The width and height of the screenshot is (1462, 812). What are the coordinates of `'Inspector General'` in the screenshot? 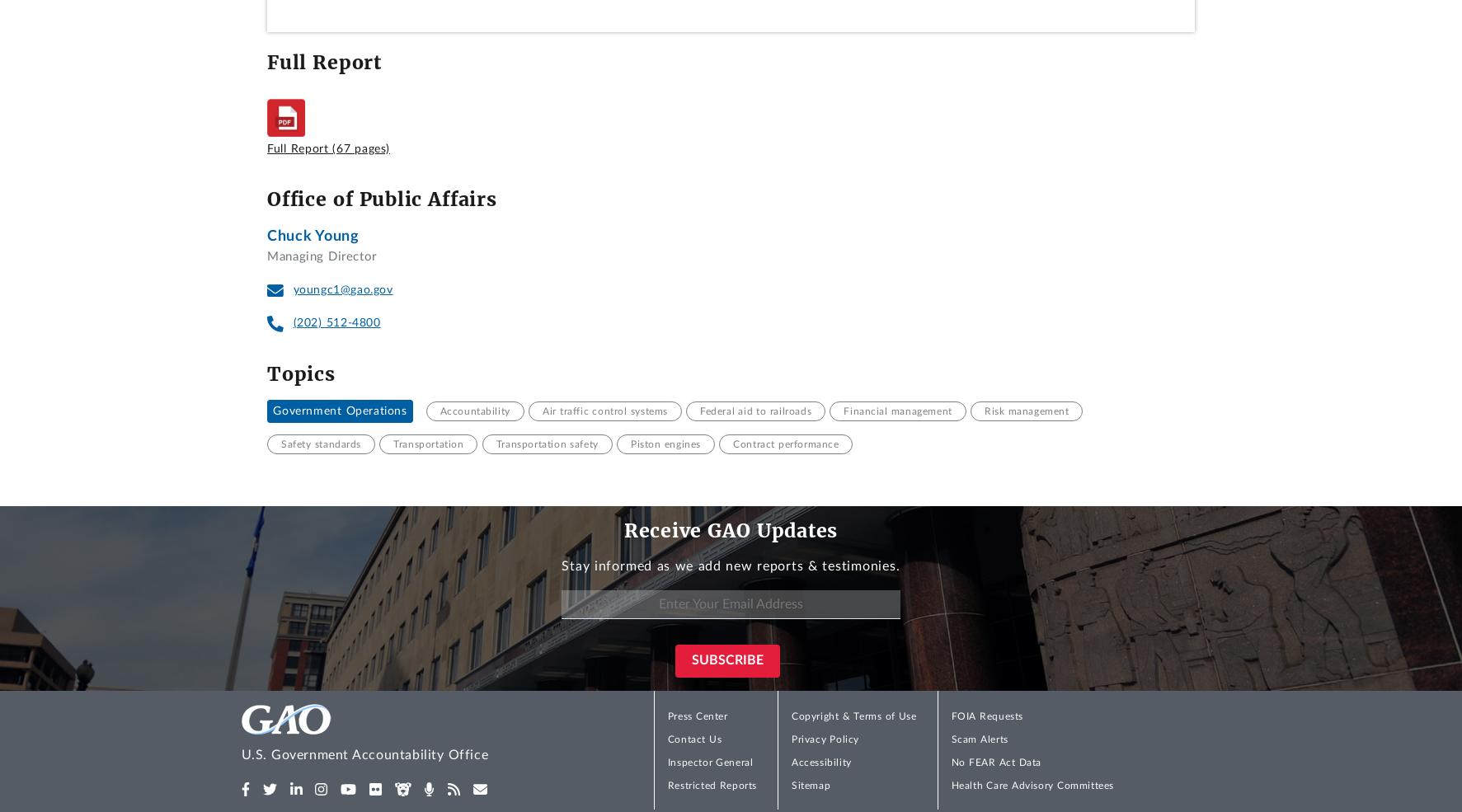 It's located at (708, 763).